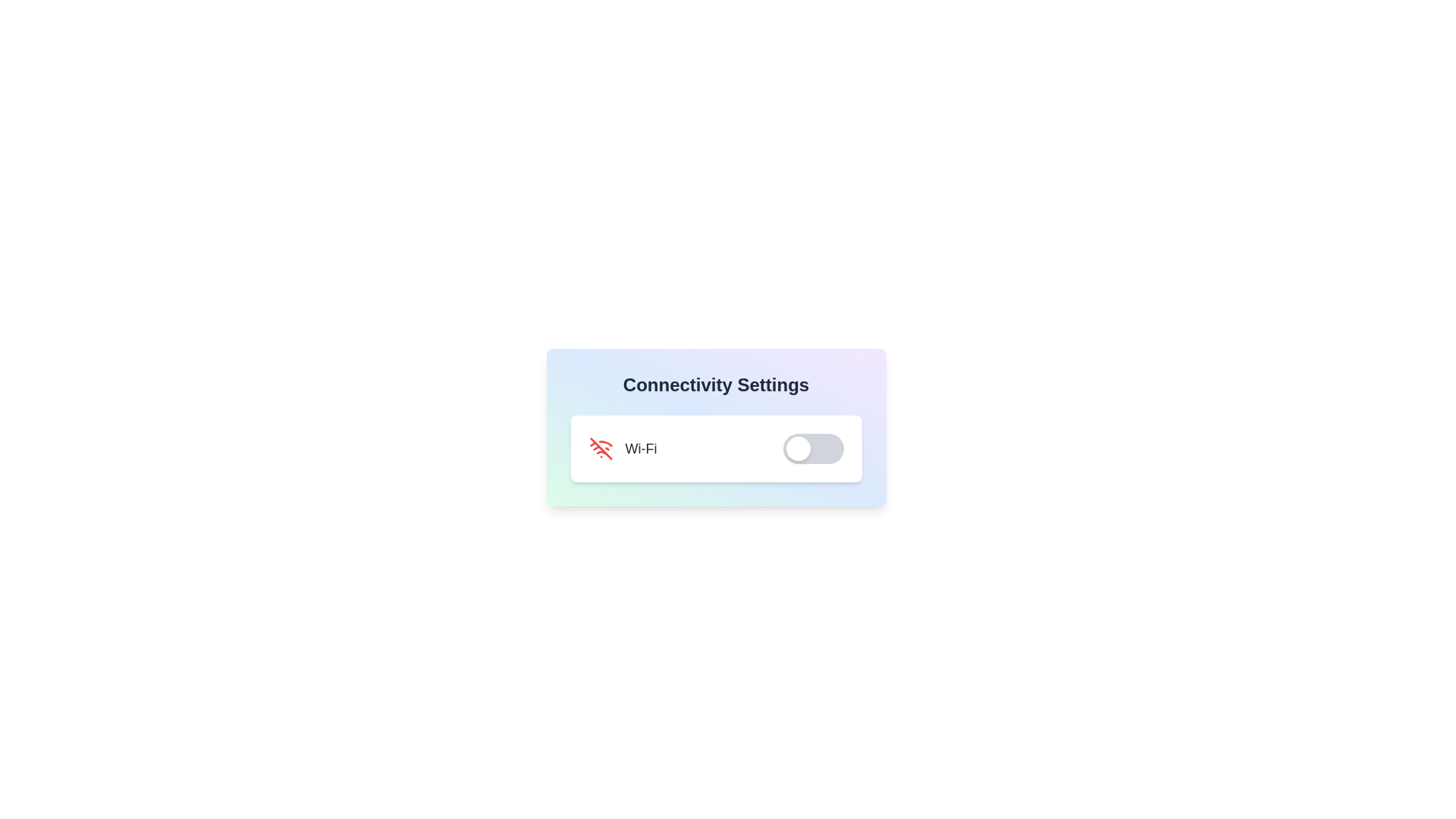 Image resolution: width=1456 pixels, height=819 pixels. I want to click on the Text Label indicating the meaning of the adjacent red Wi-Fi symbol in the 'Connectivity Settings' card section, so click(641, 447).